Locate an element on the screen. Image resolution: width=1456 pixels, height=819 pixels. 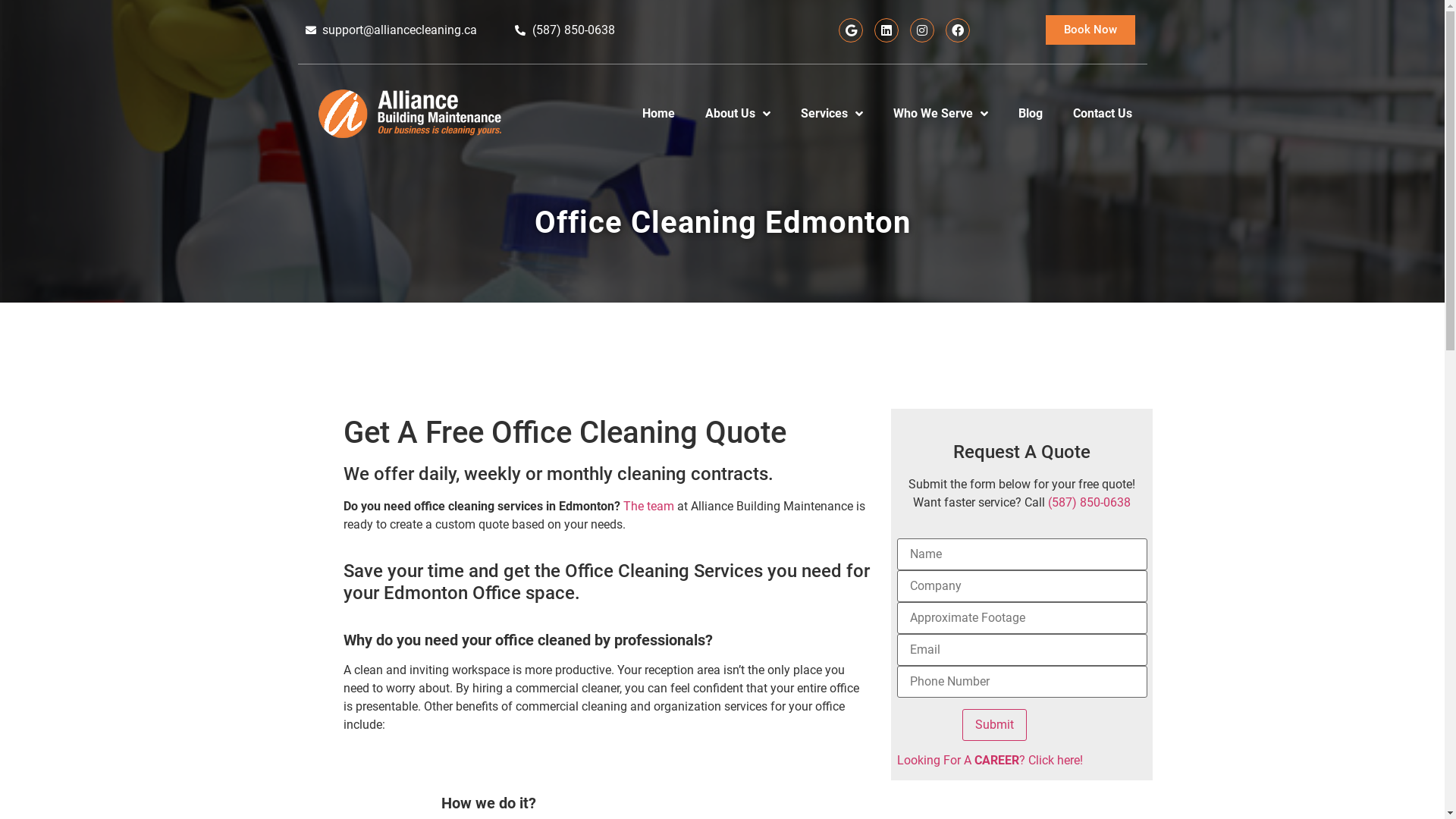
'Home' is located at coordinates (657, 113).